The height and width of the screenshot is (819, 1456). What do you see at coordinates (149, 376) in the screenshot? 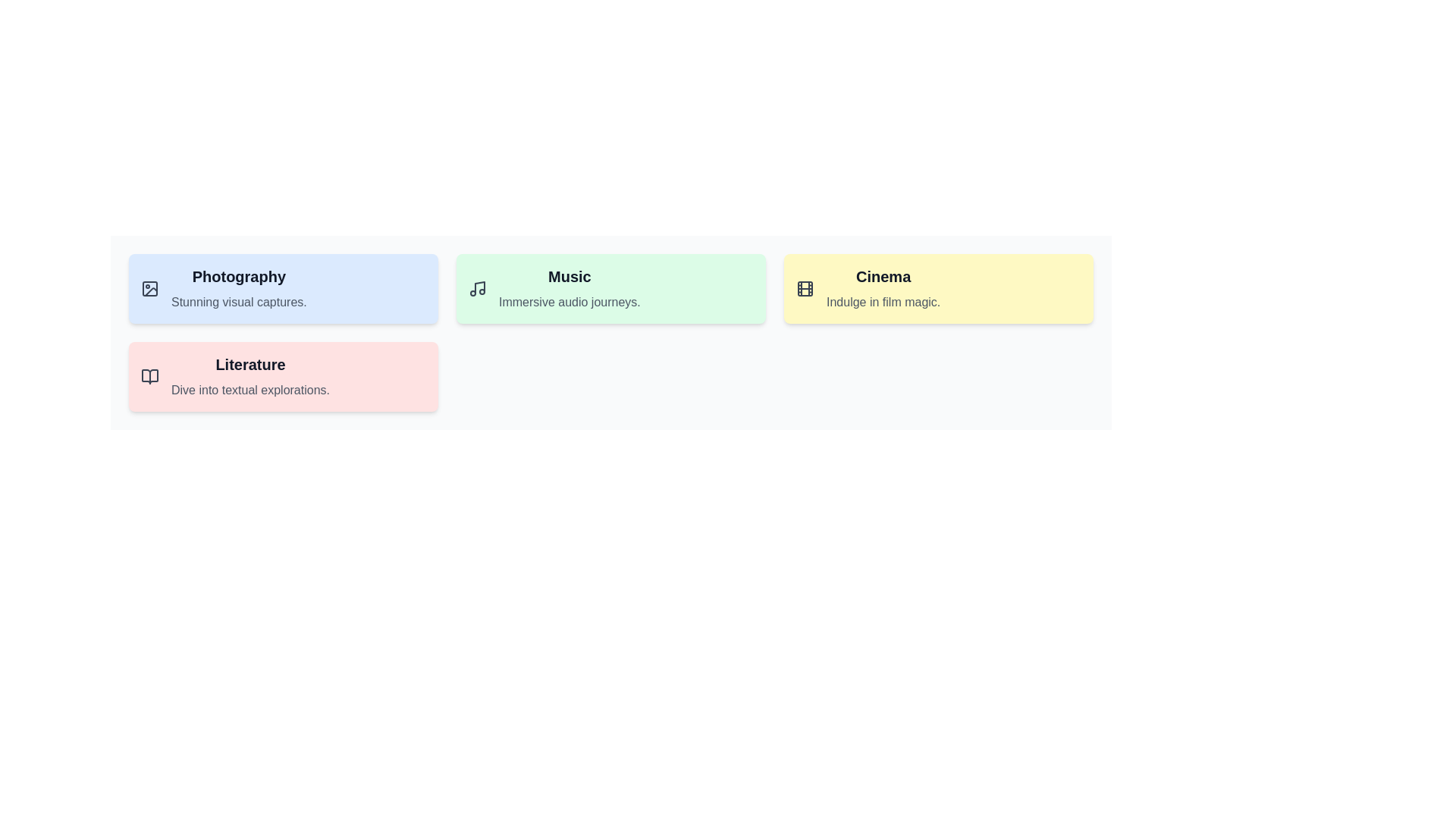
I see `the open book icon located in the top-left corner of the 'Literature' card, which is positioned in a red background card` at bounding box center [149, 376].